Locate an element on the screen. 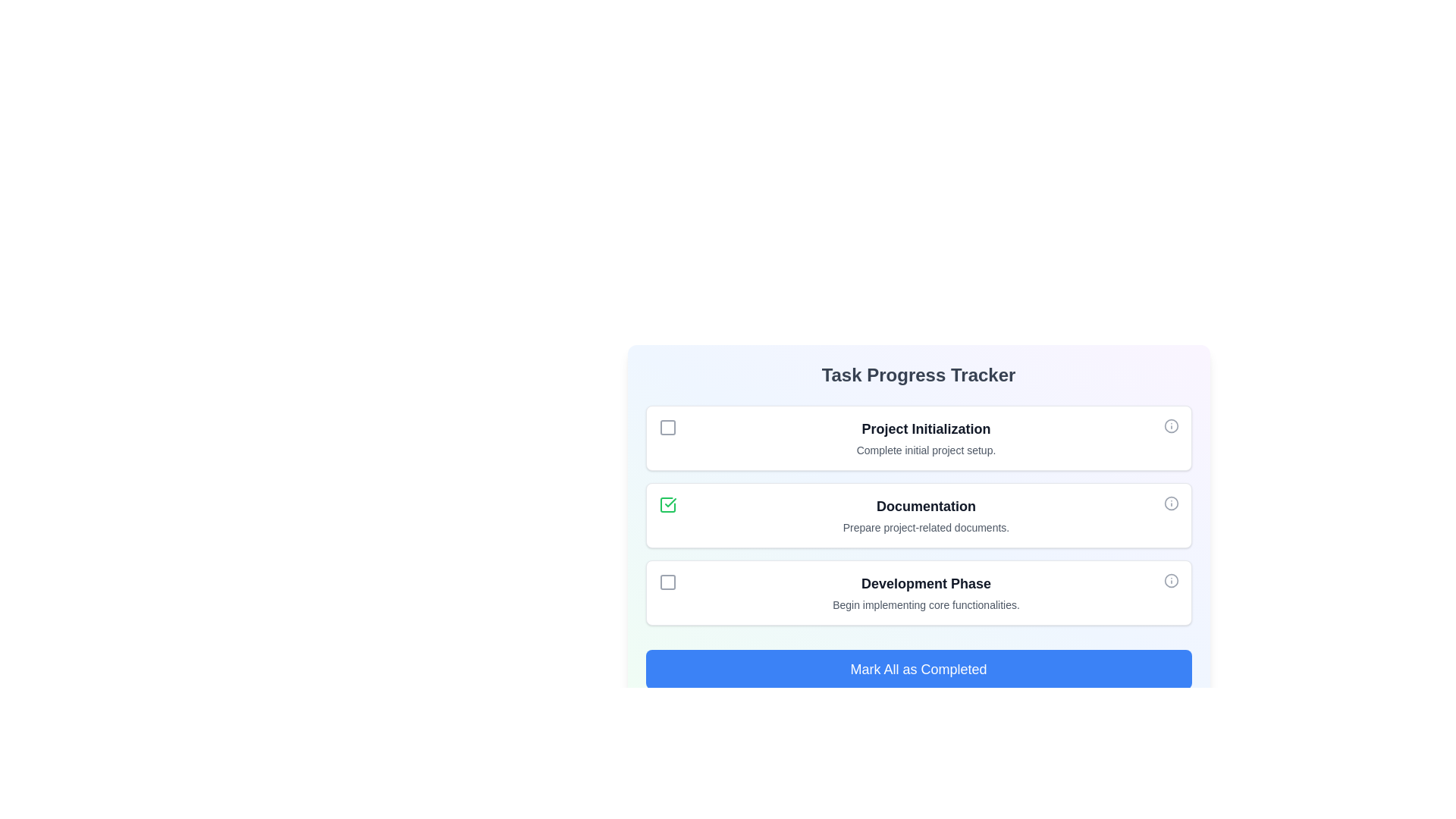 The width and height of the screenshot is (1456, 819). displayed text from the Text display area that shows 'Development Phase' and 'Begin implementing core functionalities.' is located at coordinates (925, 592).